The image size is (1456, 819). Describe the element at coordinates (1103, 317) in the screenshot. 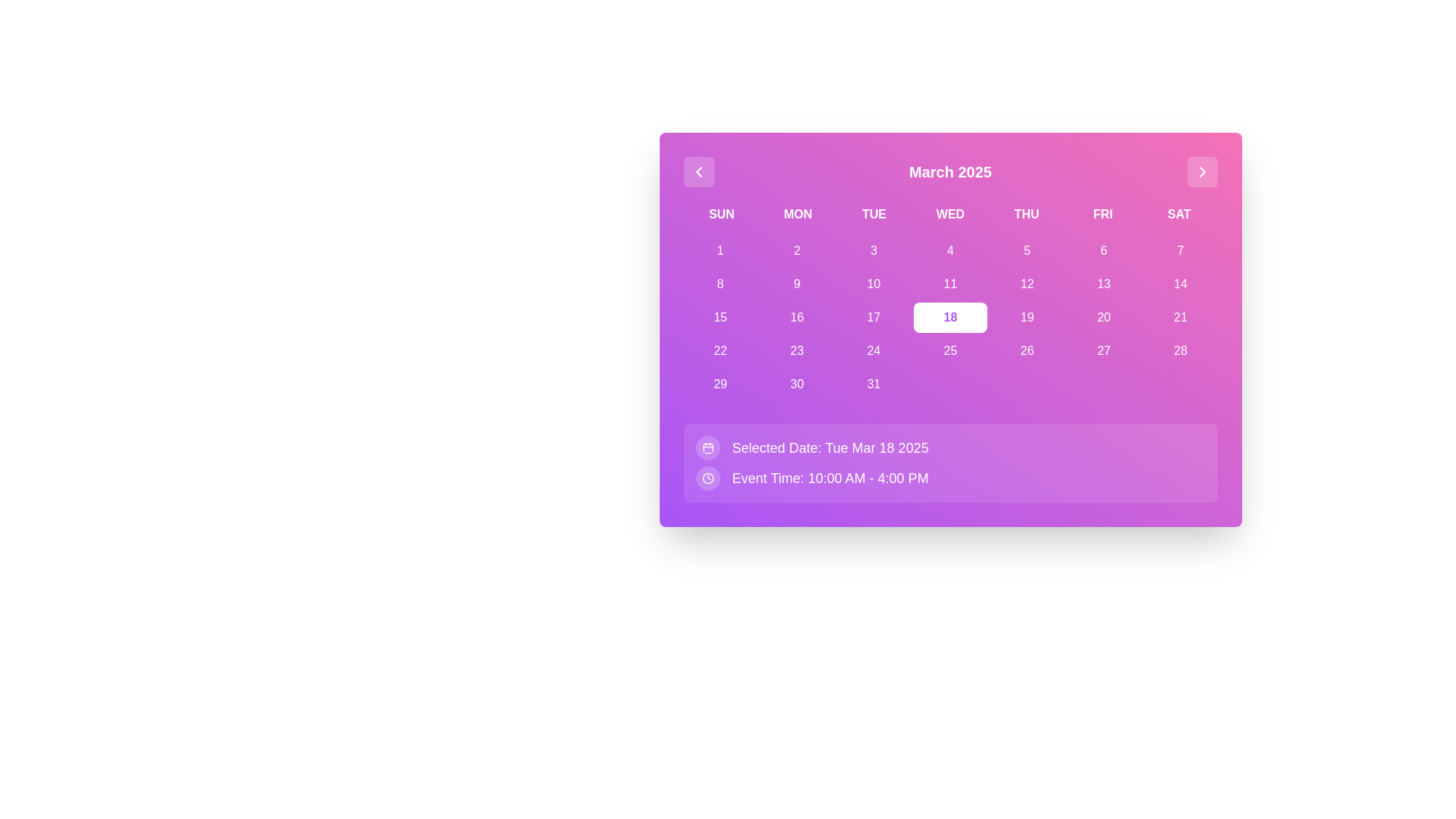

I see `the button representing the date '20' in the calendar grid` at that location.